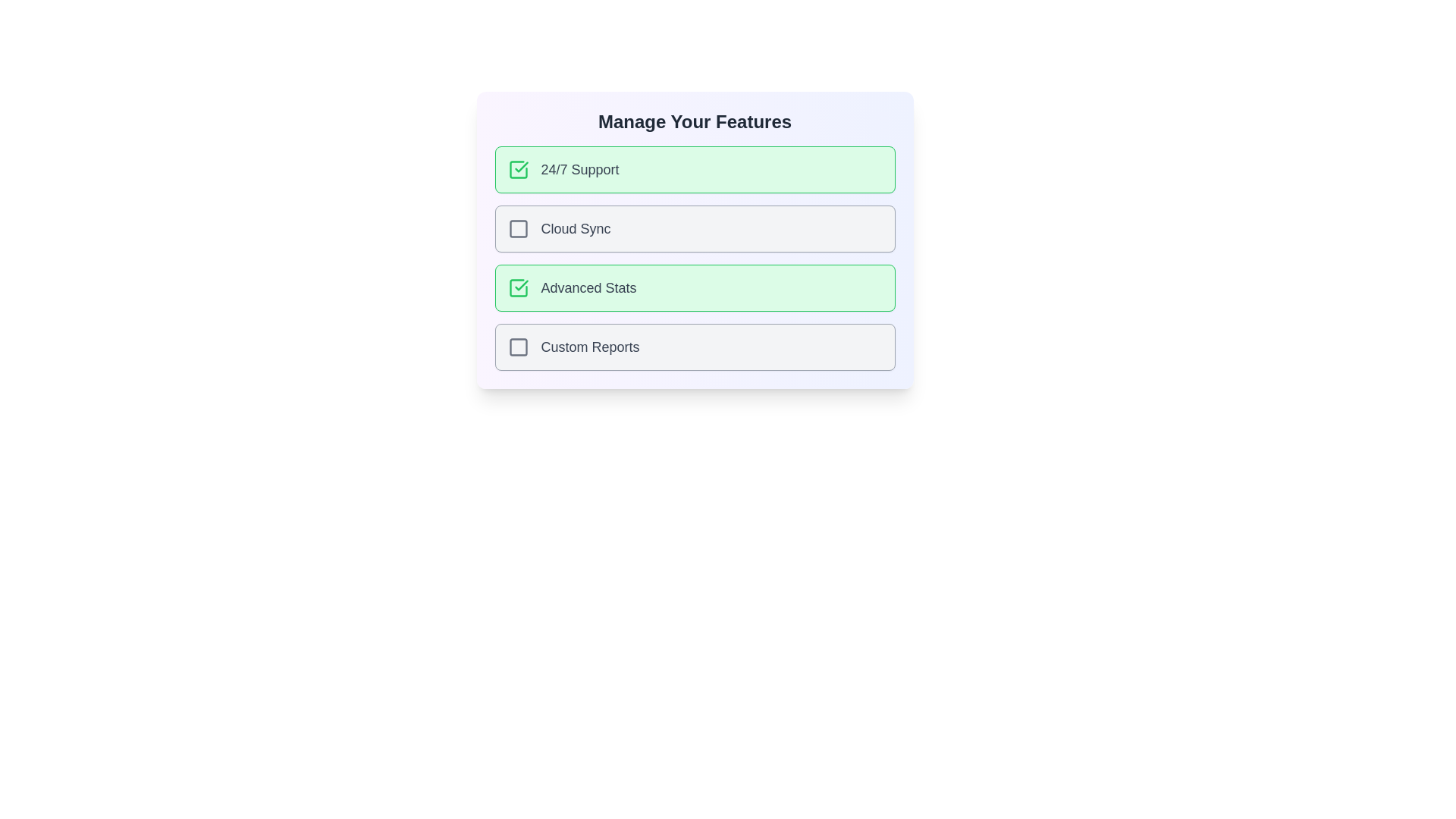 This screenshot has height=819, width=1456. Describe the element at coordinates (518, 288) in the screenshot. I see `the green checkbox indicator (checked state) located to the left of 'Advanced Stats' in the 'Manage Your Features' list` at that location.